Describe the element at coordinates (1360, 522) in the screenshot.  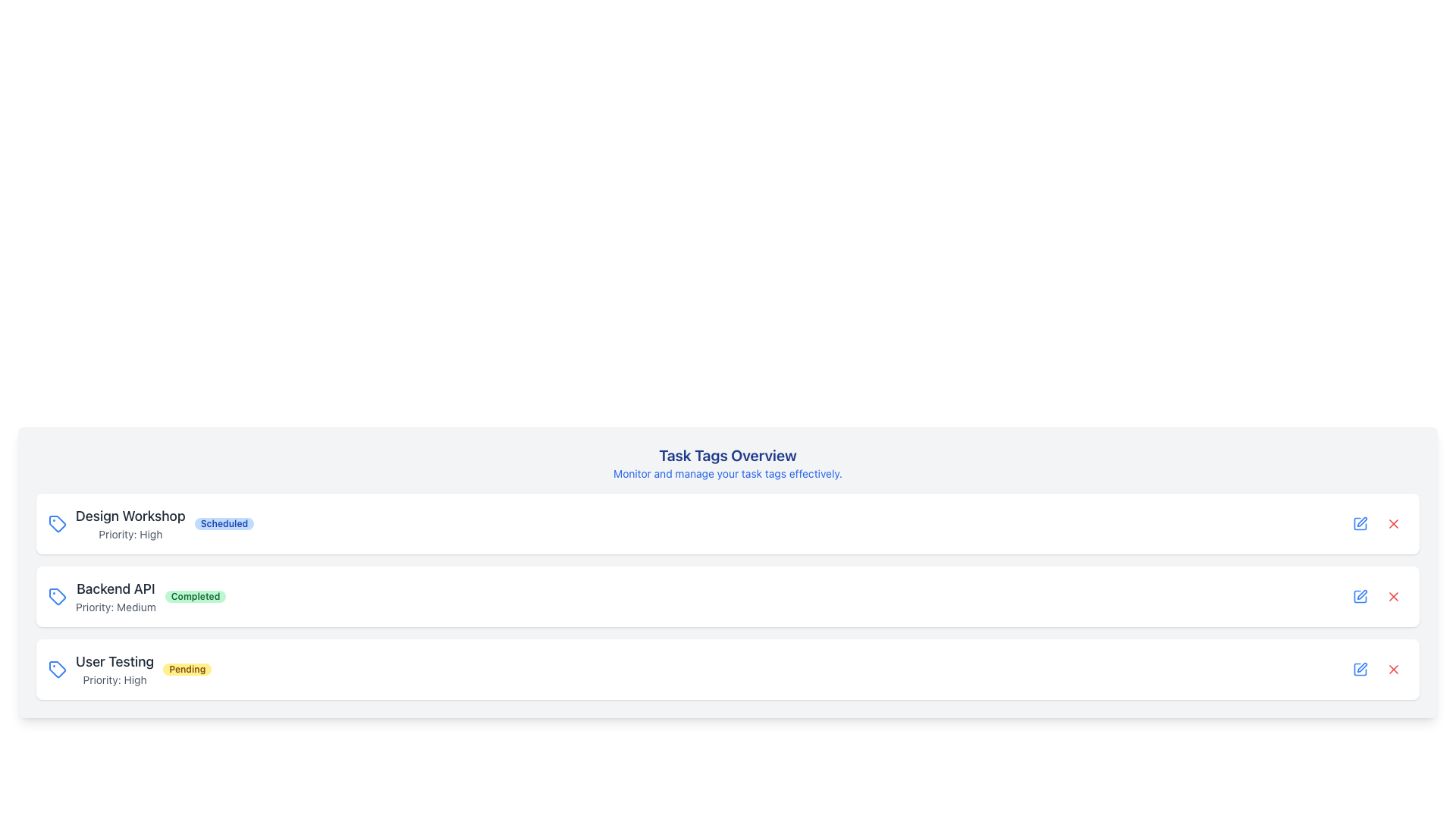
I see `the pen-shaped icon located within the interactive button on the far right of the first row in the 'Design Workshop' task entry to initiate an edit action` at that location.